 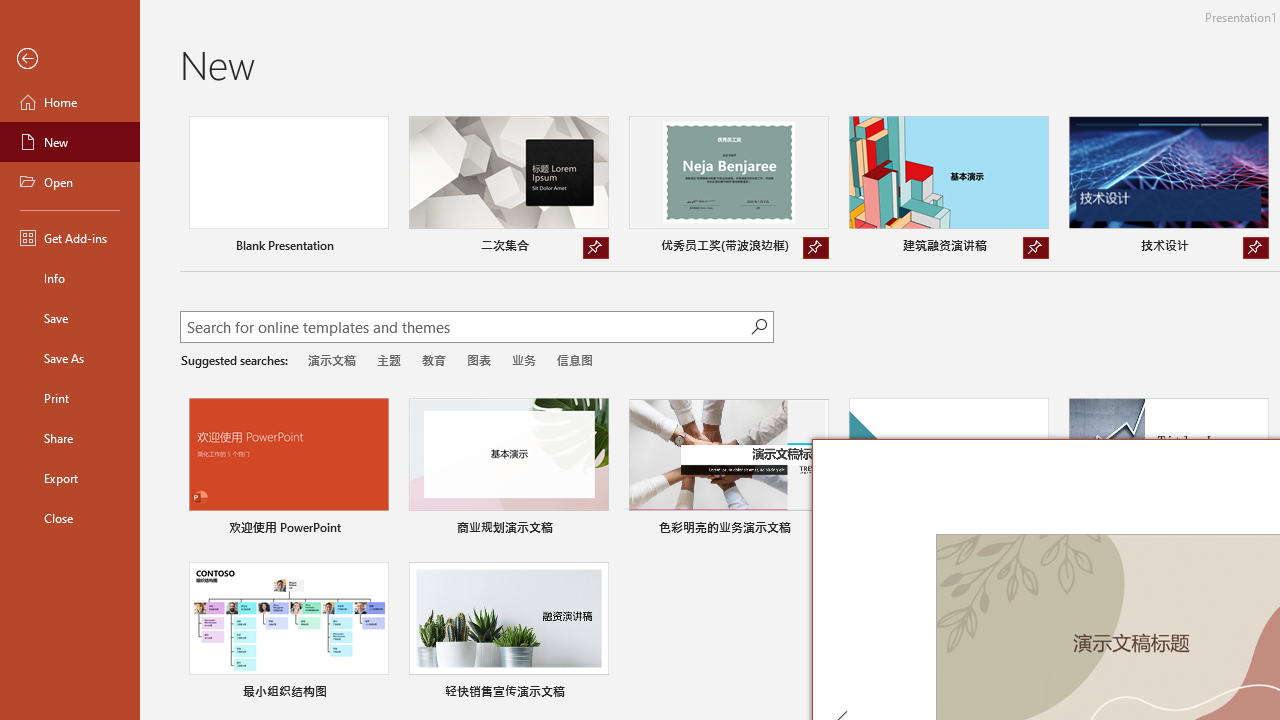 What do you see at coordinates (1254, 247) in the screenshot?
I see `'Unpin from list'` at bounding box center [1254, 247].